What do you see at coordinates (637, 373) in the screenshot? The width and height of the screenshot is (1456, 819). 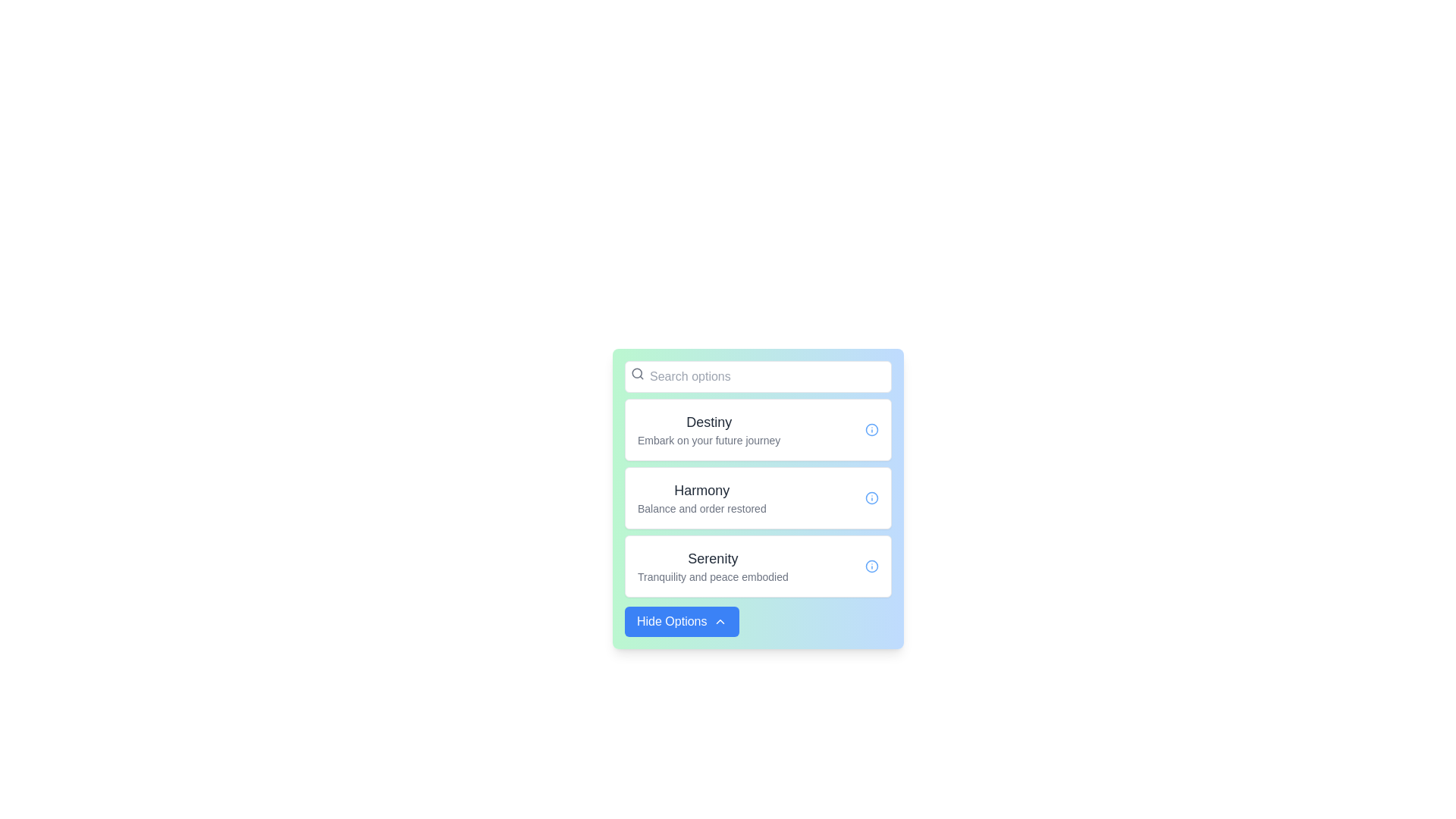 I see `the magnifying glass icon located at the left side of the search field in the 'Search options' card UI component` at bounding box center [637, 373].